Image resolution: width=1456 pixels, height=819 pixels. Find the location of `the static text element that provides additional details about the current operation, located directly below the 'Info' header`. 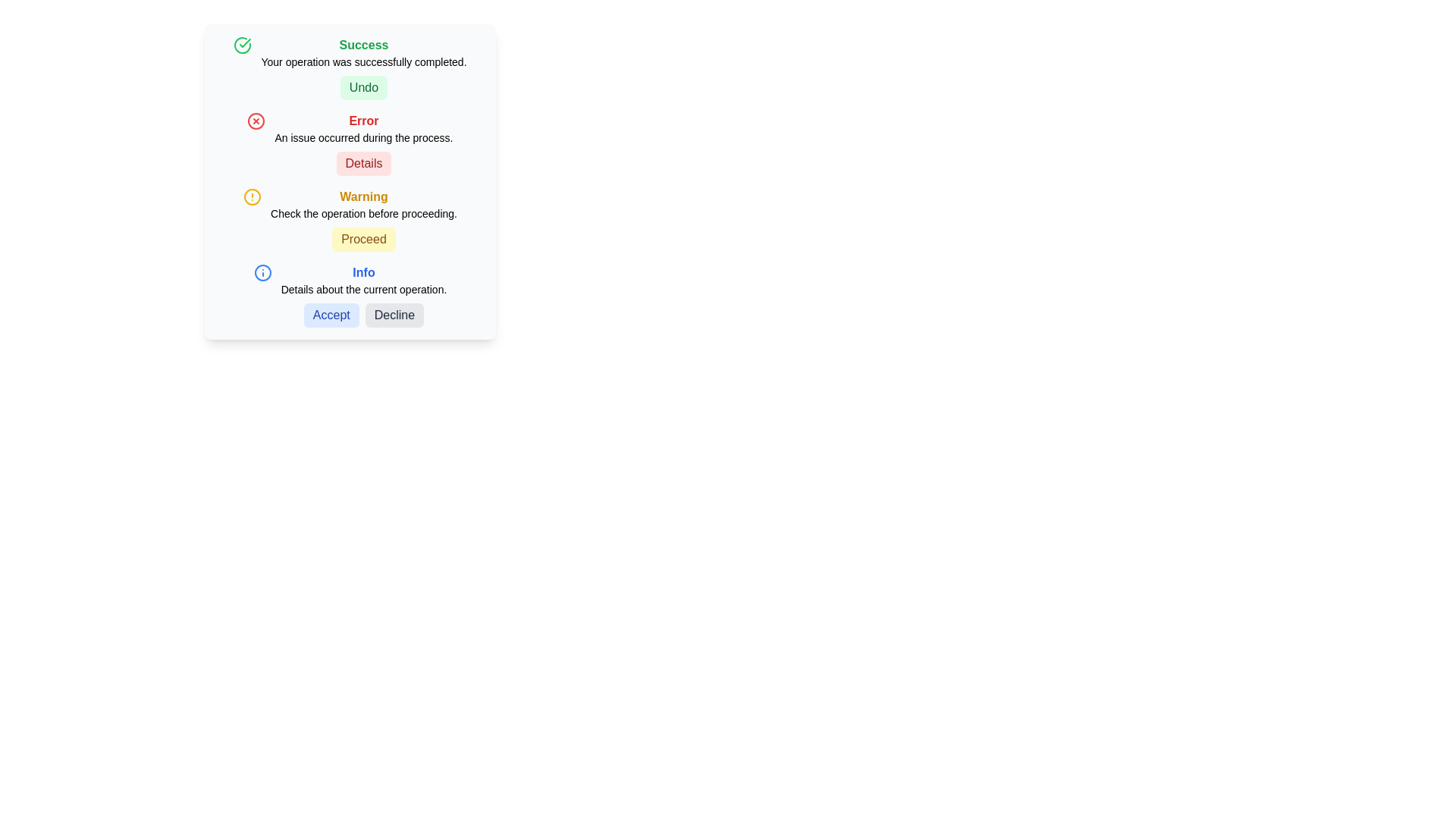

the static text element that provides additional details about the current operation, located directly below the 'Info' header is located at coordinates (364, 289).